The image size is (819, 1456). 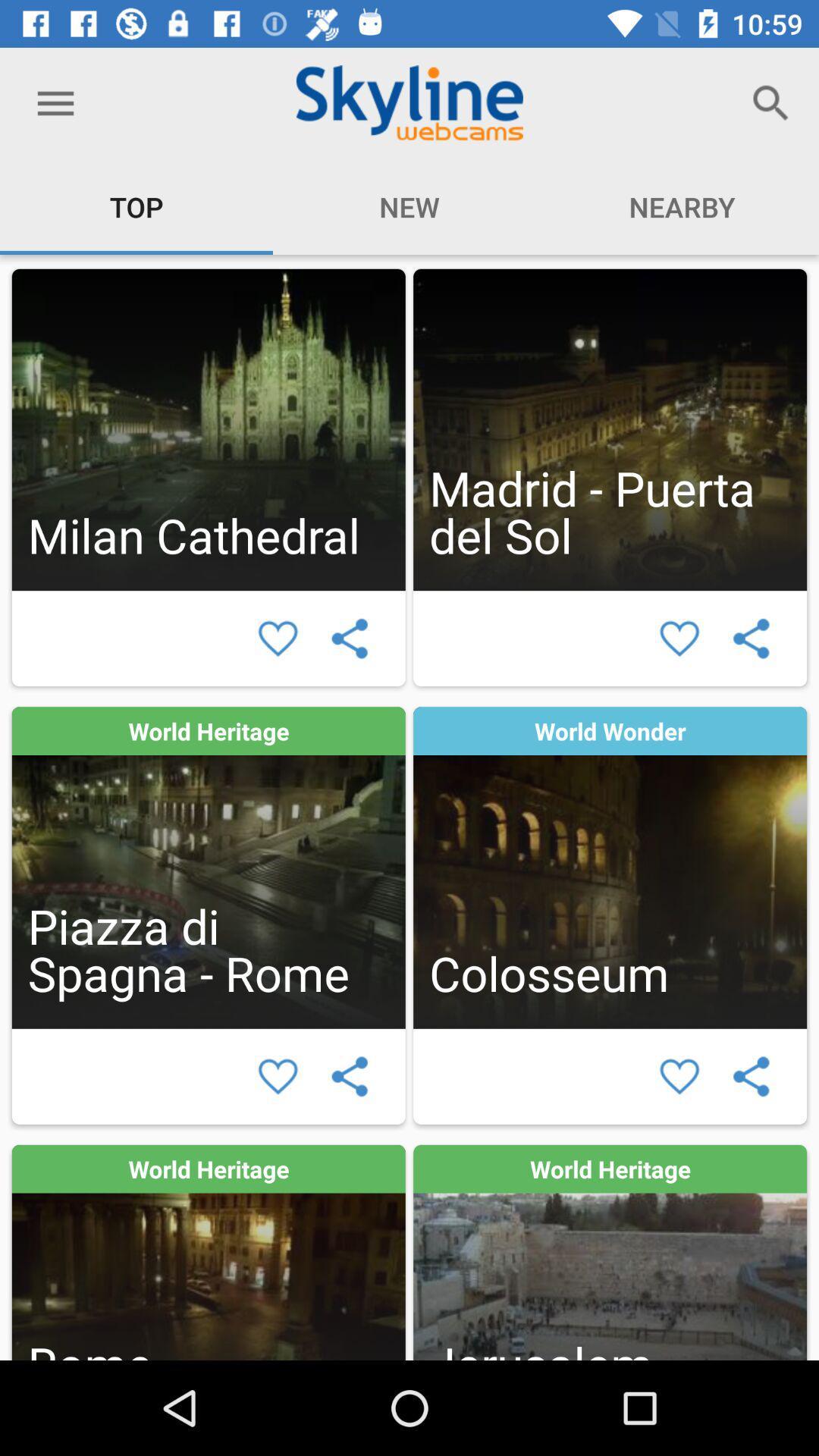 What do you see at coordinates (609, 868) in the screenshot?
I see `image access` at bounding box center [609, 868].